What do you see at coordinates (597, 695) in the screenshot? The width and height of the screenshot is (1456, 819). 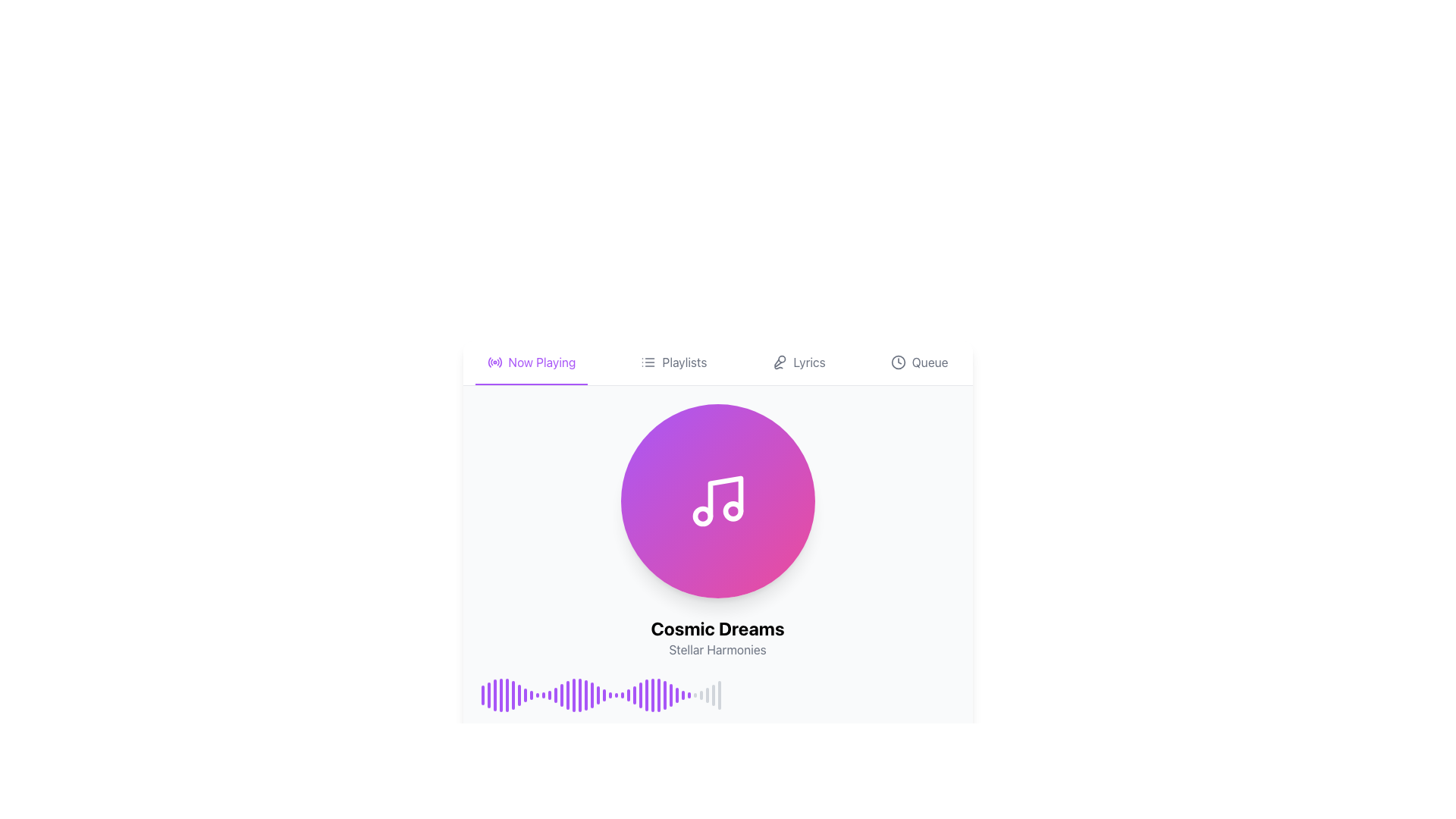 I see `the visual representation of the 20th waveform bar in the audio visualization, which is part of a collection of vertical bars below the central music graphic` at bounding box center [597, 695].